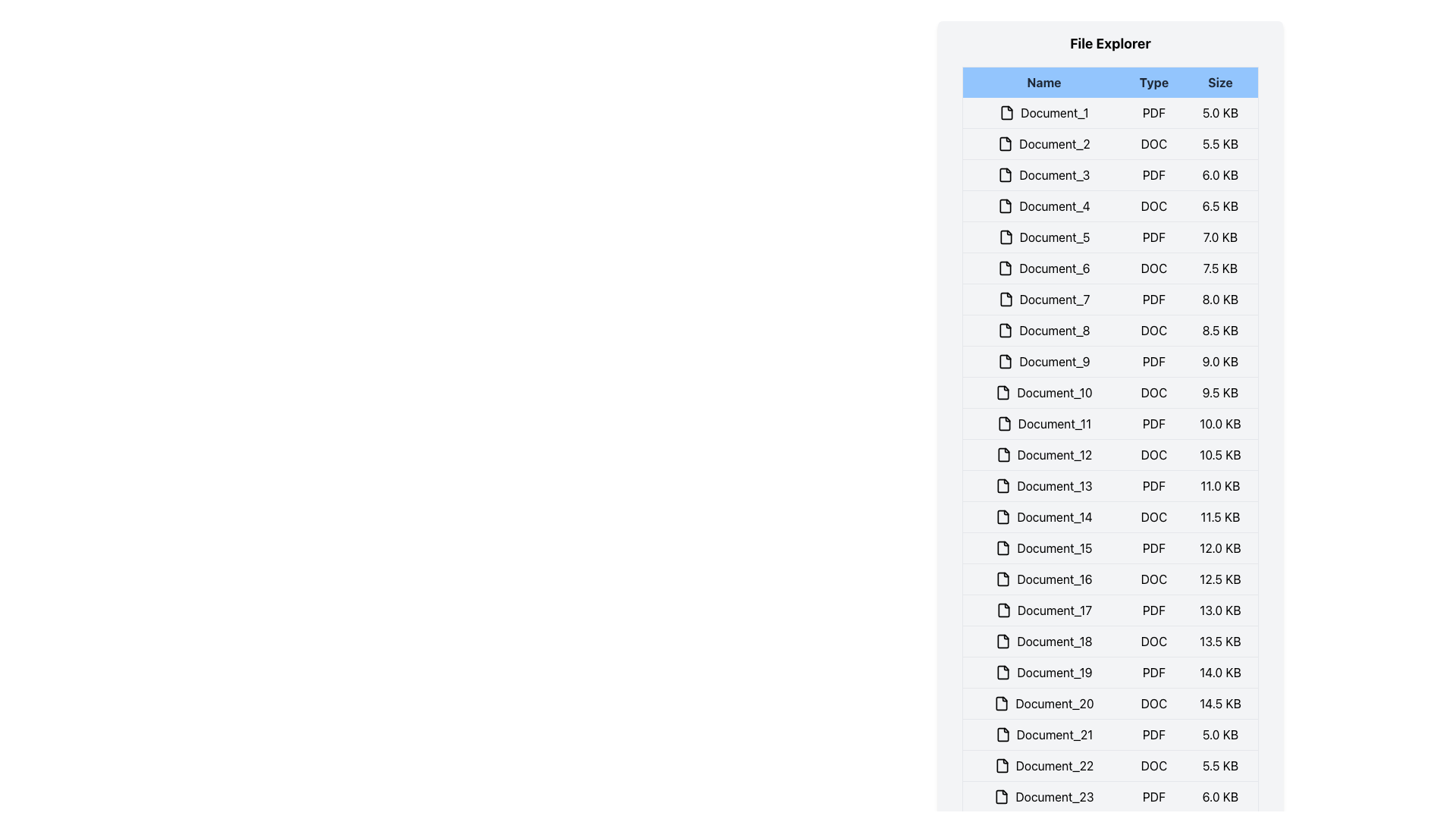 This screenshot has height=819, width=1456. I want to click on the text label 'Document_7' with an accompanying document icon, located in the leftmost section of a row in the 'File Explorer' panel, so click(1043, 299).